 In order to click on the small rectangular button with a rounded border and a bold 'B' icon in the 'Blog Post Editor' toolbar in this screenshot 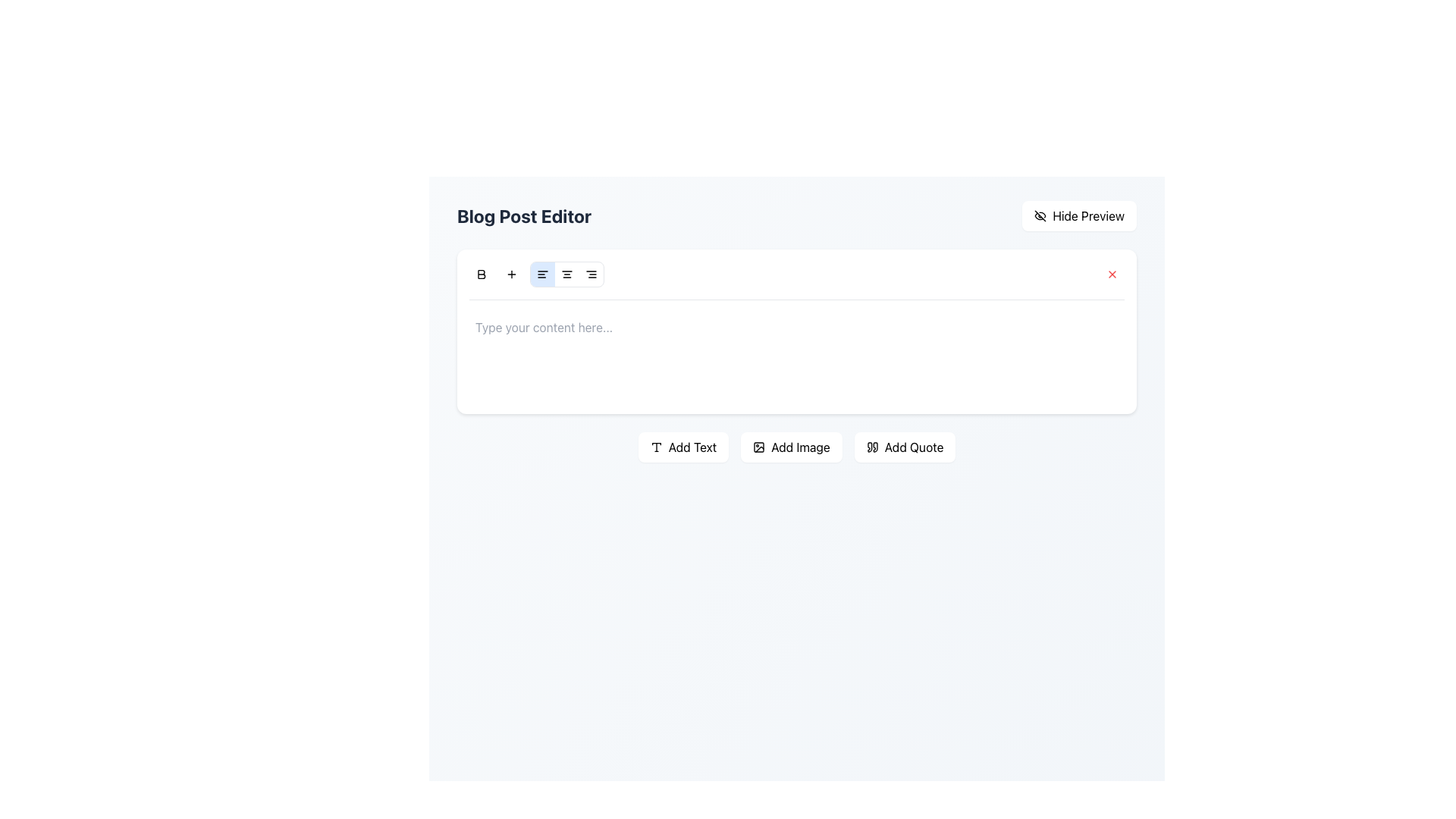, I will do `click(480, 275)`.